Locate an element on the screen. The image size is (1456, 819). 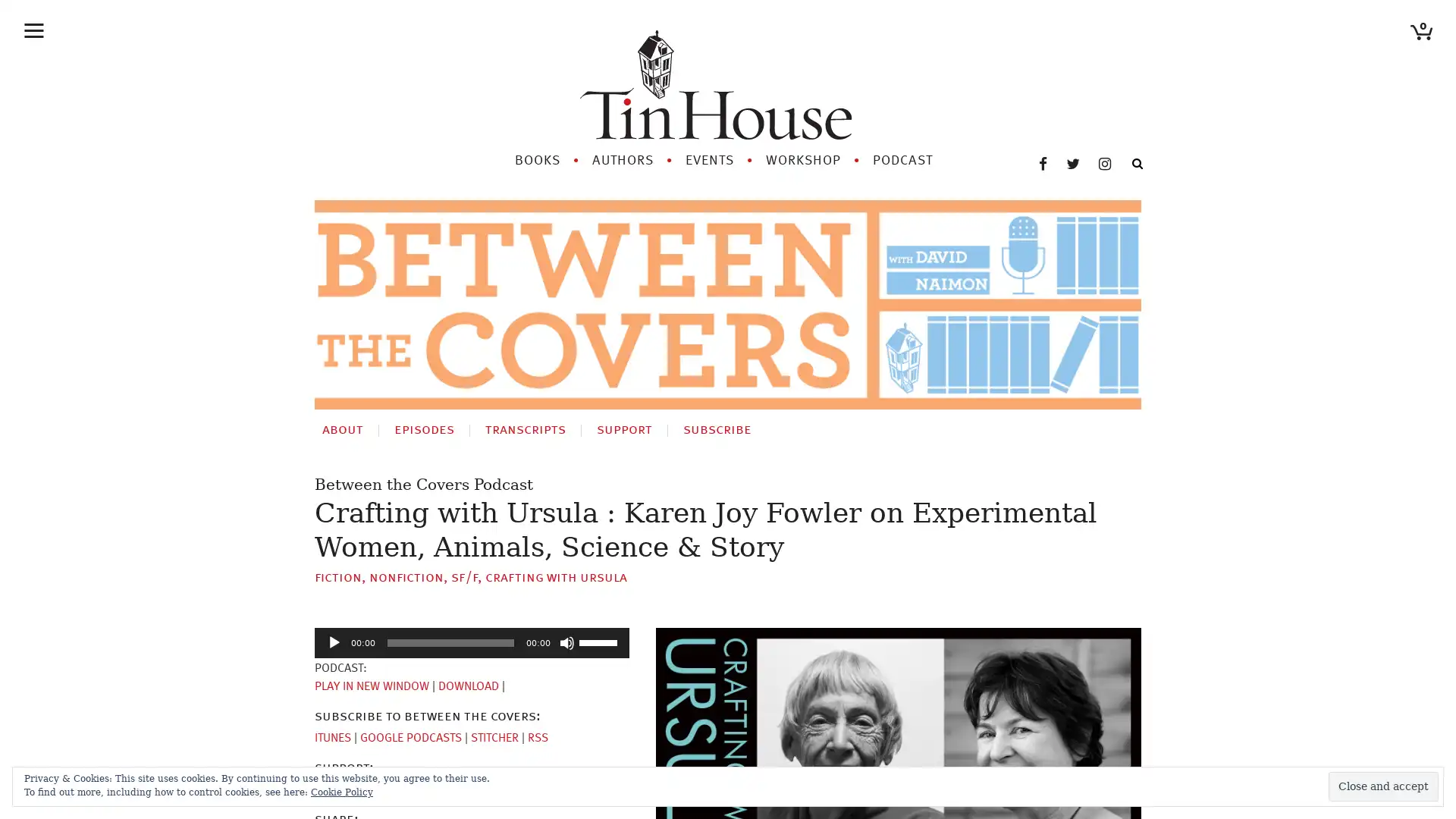
Close and accept is located at coordinates (1383, 786).